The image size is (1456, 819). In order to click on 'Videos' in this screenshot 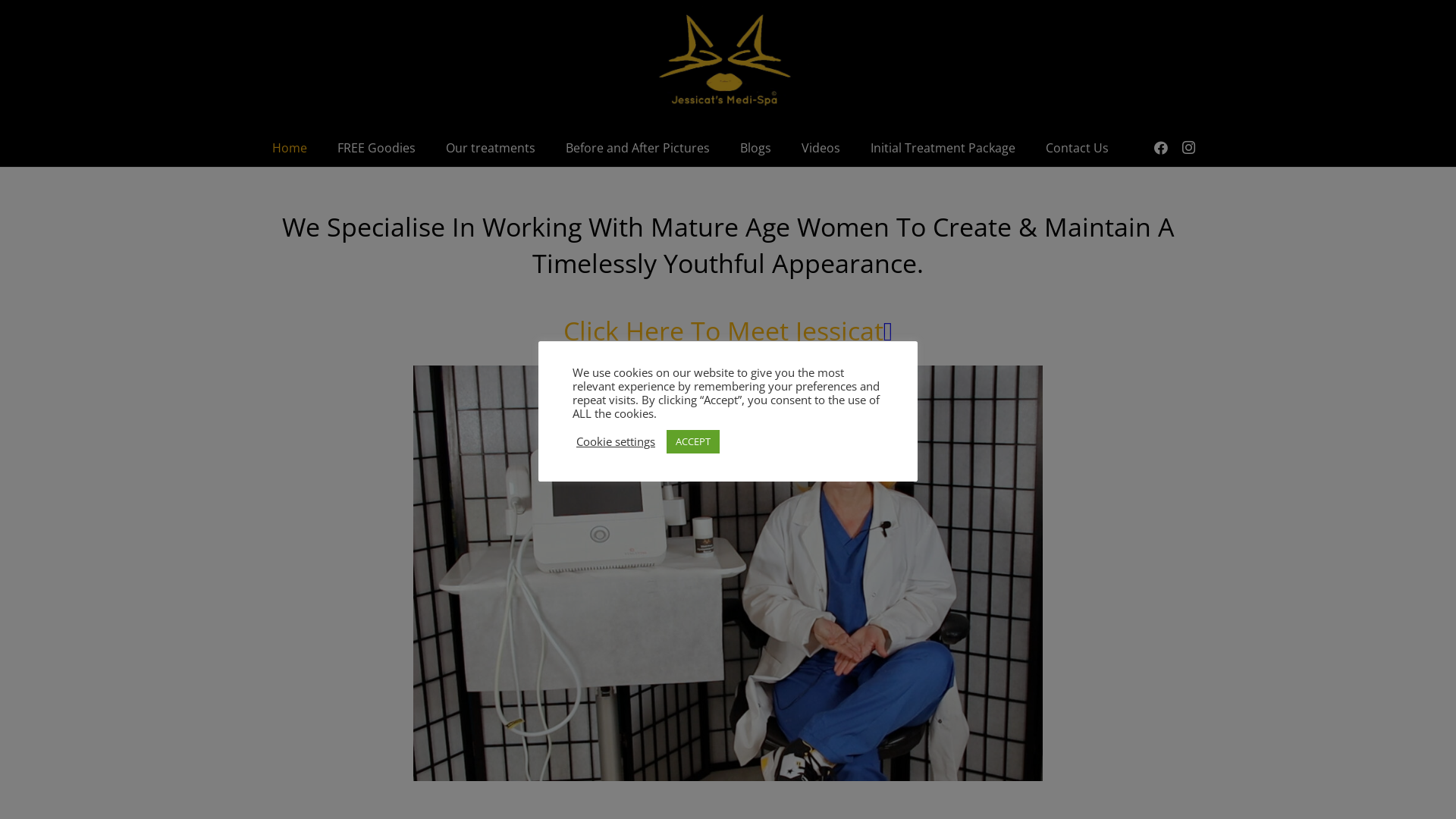, I will do `click(786, 148)`.